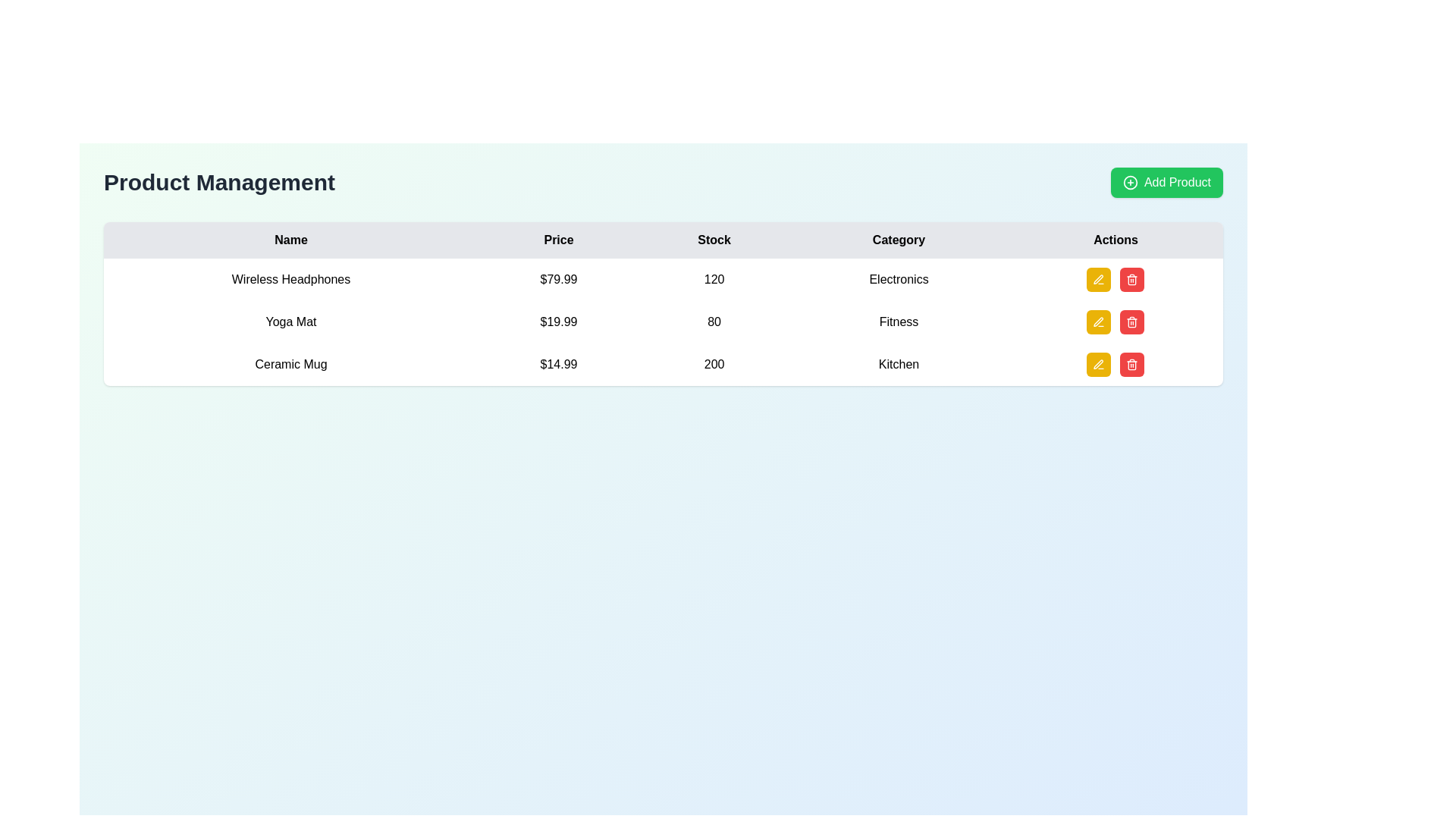 The height and width of the screenshot is (819, 1456). I want to click on headers of the table located in the first row, which includes 'Name', 'Price', 'Stock', 'Category', and 'Actions', so click(663, 239).